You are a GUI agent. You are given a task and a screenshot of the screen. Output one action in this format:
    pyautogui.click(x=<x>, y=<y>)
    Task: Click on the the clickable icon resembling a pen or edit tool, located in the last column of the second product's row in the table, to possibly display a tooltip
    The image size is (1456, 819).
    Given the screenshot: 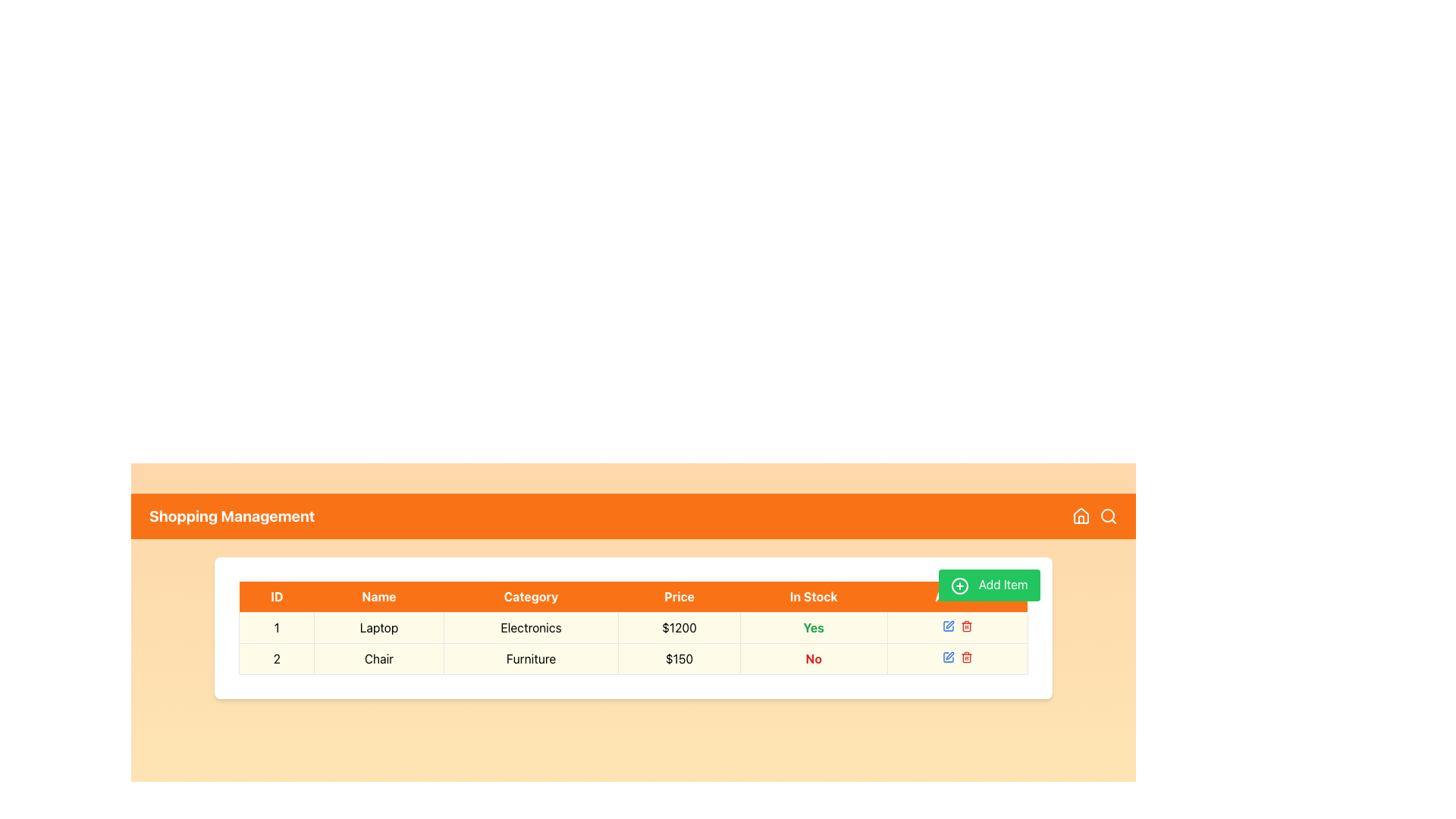 What is the action you would take?
    pyautogui.click(x=947, y=626)
    